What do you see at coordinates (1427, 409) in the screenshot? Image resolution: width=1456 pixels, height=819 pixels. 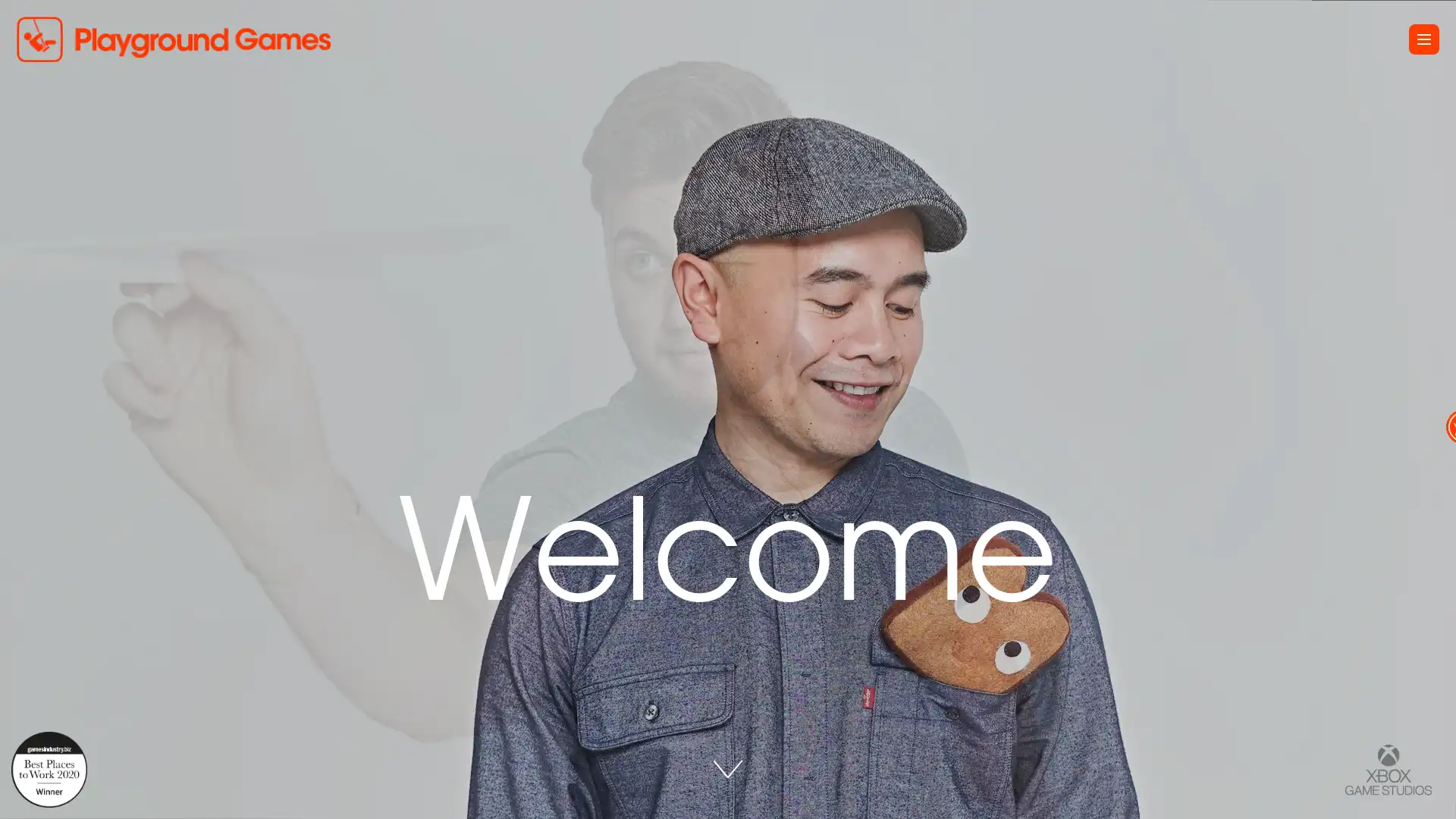 I see `Accessibility Menu` at bounding box center [1427, 409].